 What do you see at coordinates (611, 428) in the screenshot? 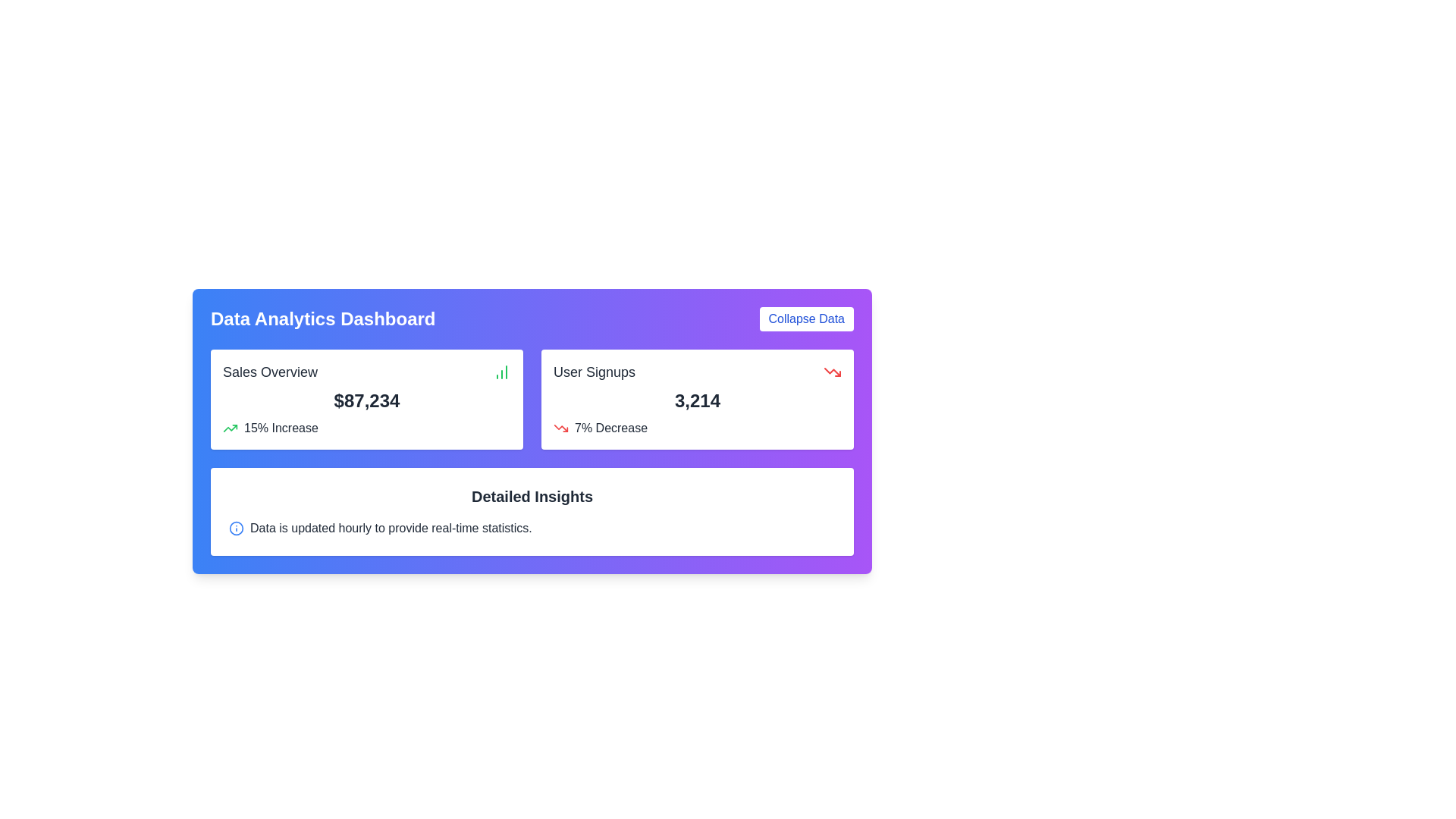
I see `the text label indicating a percentage decrease in user signups, located within the 'User Signups' card and below the number '3,214'` at bounding box center [611, 428].